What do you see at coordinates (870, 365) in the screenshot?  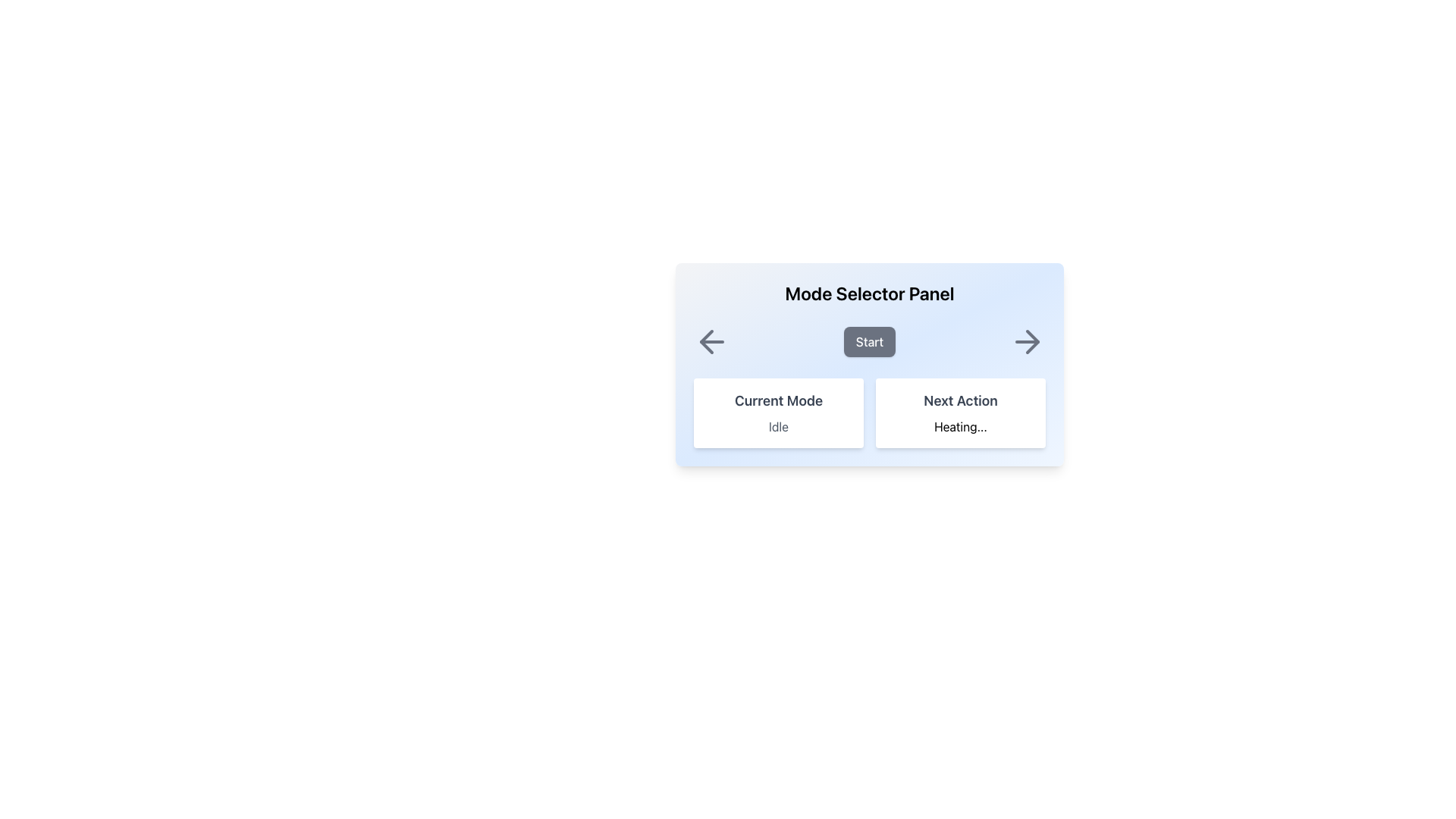 I see `the 'Start' button in the Mode Selector Panel, which has a dark gray background and white text` at bounding box center [870, 365].